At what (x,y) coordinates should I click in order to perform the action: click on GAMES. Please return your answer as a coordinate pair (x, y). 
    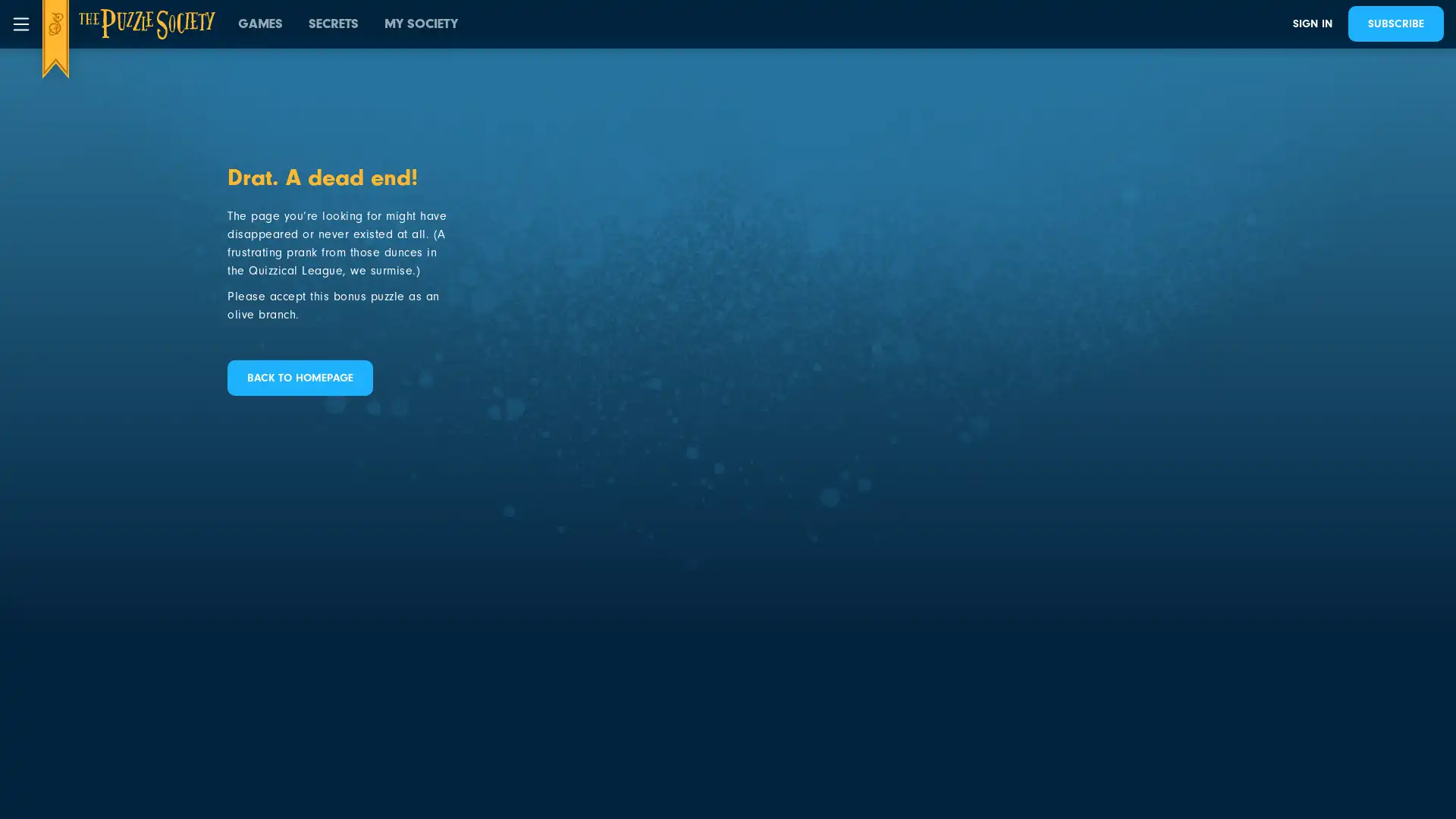
    Looking at the image, I should click on (260, 24).